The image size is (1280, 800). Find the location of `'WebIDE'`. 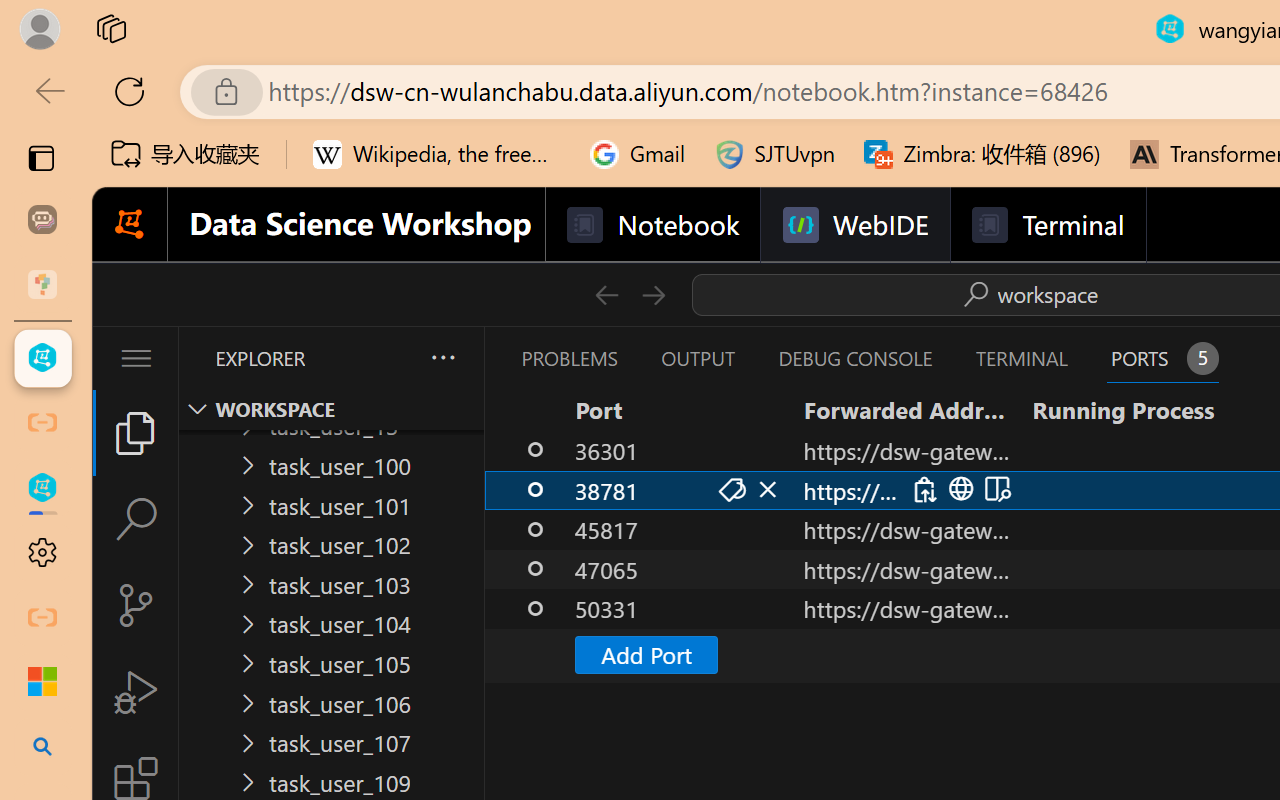

'WebIDE' is located at coordinates (855, 225).